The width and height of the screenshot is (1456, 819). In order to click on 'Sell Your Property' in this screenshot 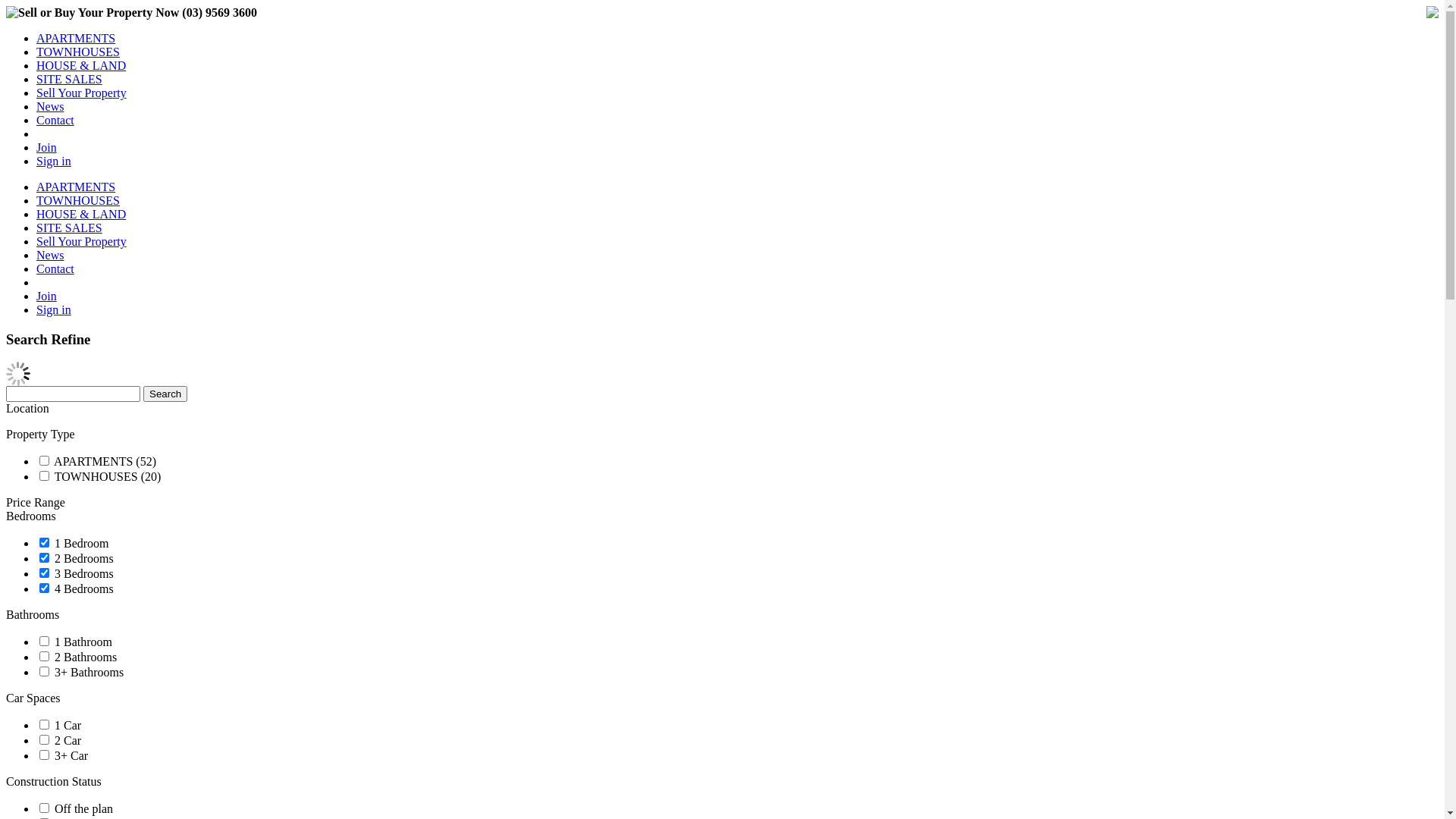, I will do `click(36, 93)`.